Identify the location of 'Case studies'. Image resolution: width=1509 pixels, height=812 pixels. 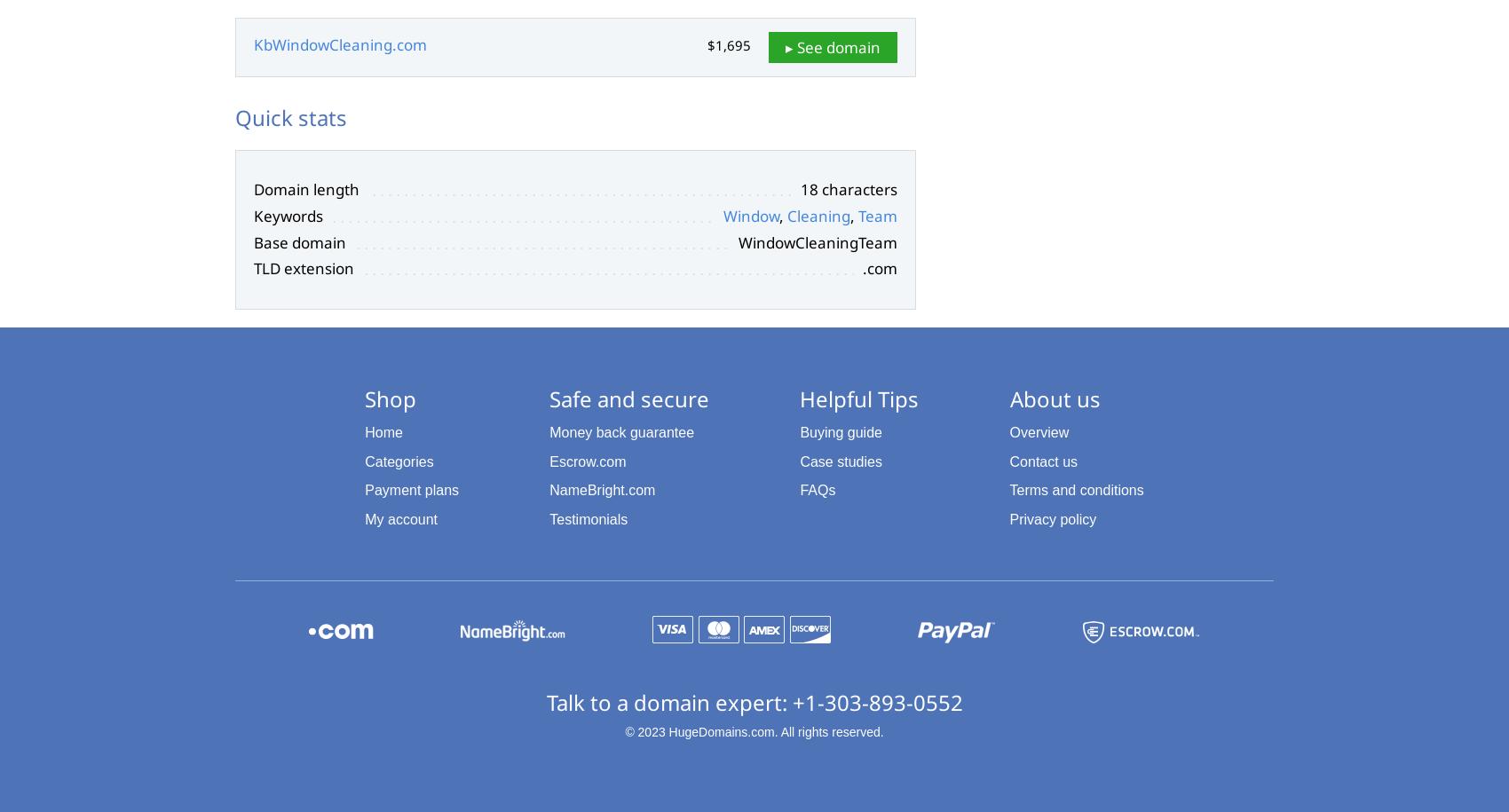
(841, 461).